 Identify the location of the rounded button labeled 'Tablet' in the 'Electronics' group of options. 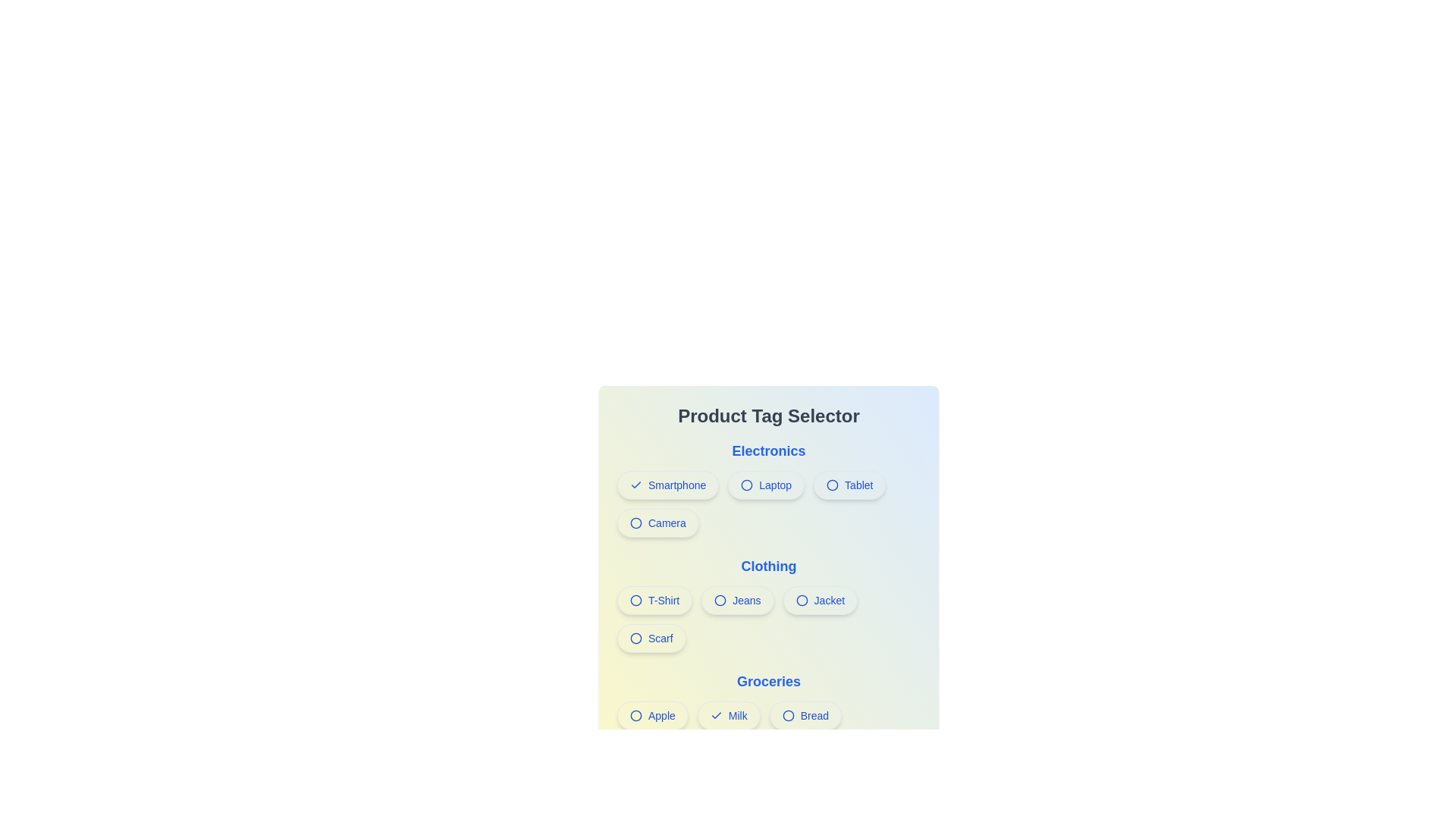
(849, 485).